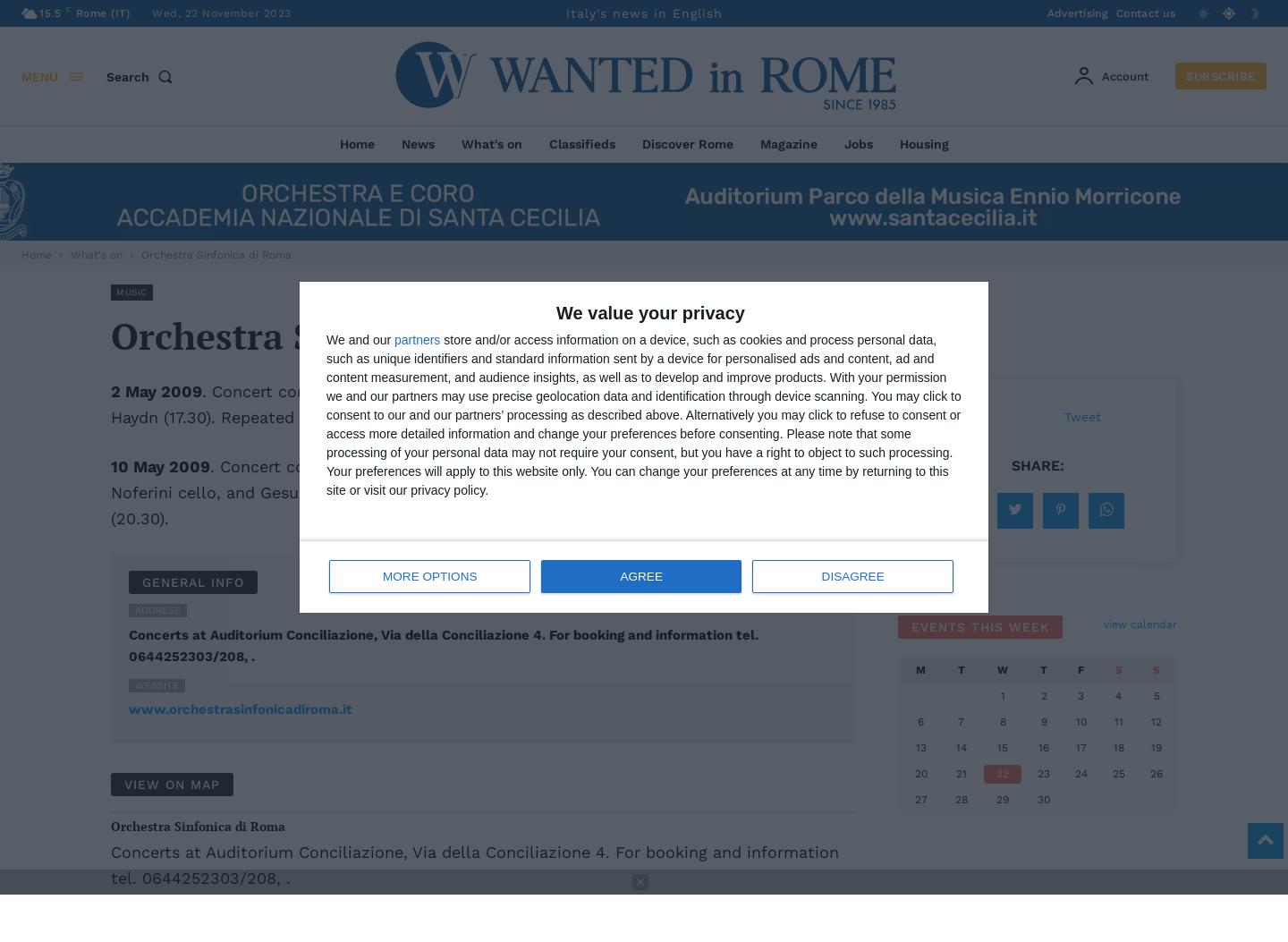  I want to click on '22', so click(1002, 772).